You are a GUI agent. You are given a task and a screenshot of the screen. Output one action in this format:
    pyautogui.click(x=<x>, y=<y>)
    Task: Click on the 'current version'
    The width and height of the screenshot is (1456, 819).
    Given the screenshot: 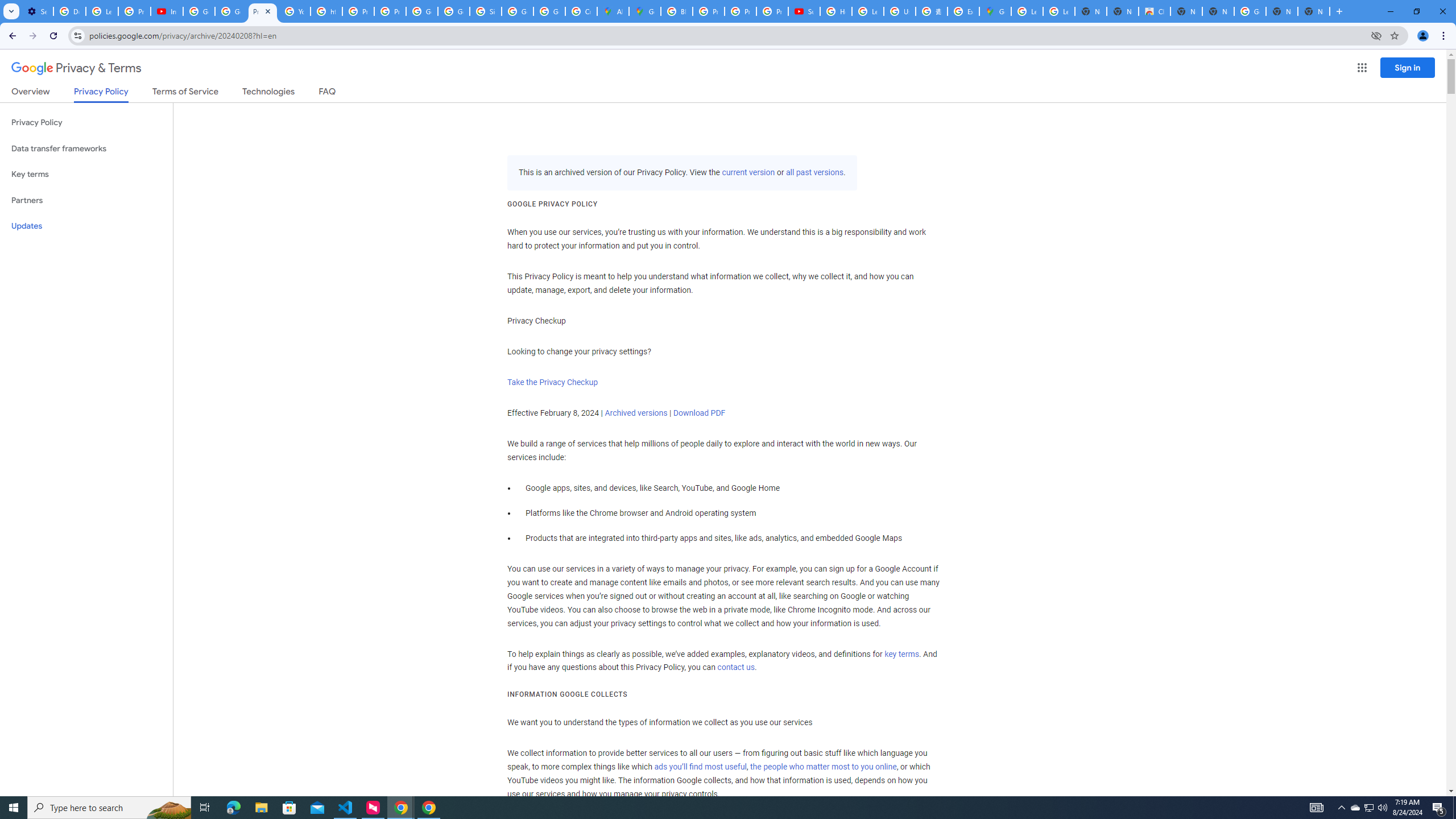 What is the action you would take?
    pyautogui.click(x=747, y=172)
    